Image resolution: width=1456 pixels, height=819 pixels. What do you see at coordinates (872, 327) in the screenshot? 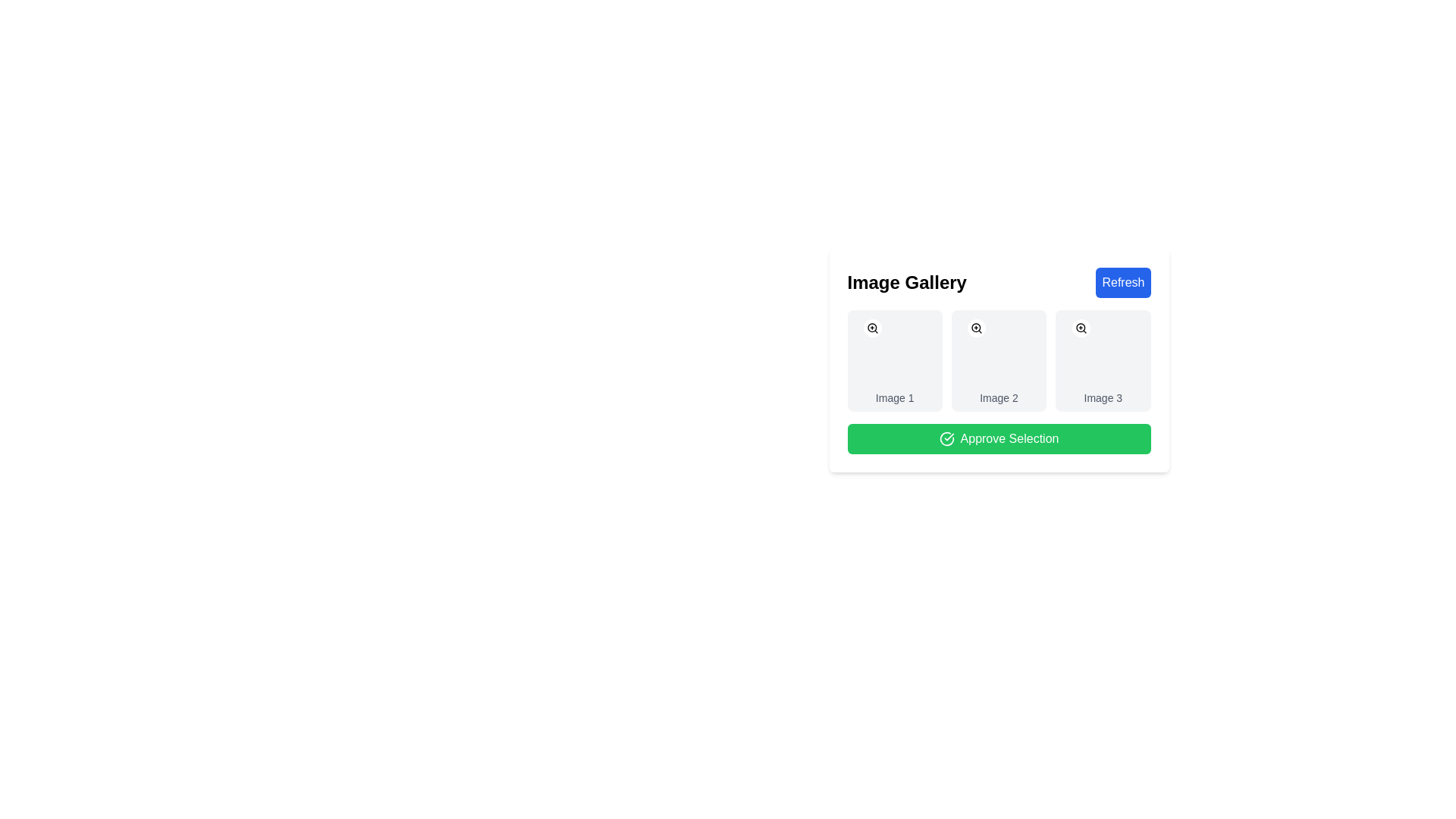
I see `the circular SVG element of the magnifying glass icon located near the top right of 'Image 1' in the 'Image Gallery' section` at bounding box center [872, 327].